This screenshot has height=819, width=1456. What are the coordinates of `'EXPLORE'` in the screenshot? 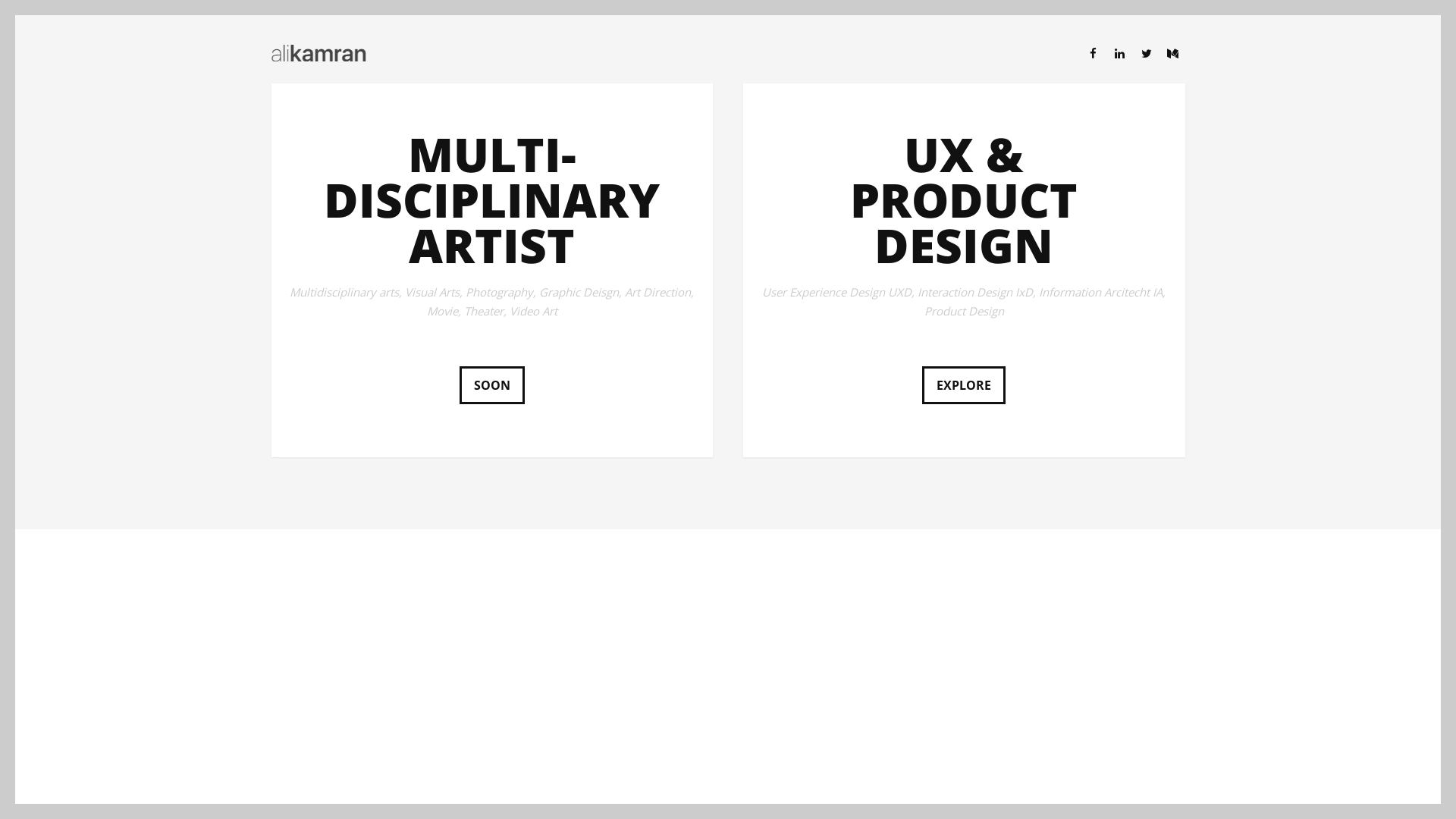 It's located at (963, 384).